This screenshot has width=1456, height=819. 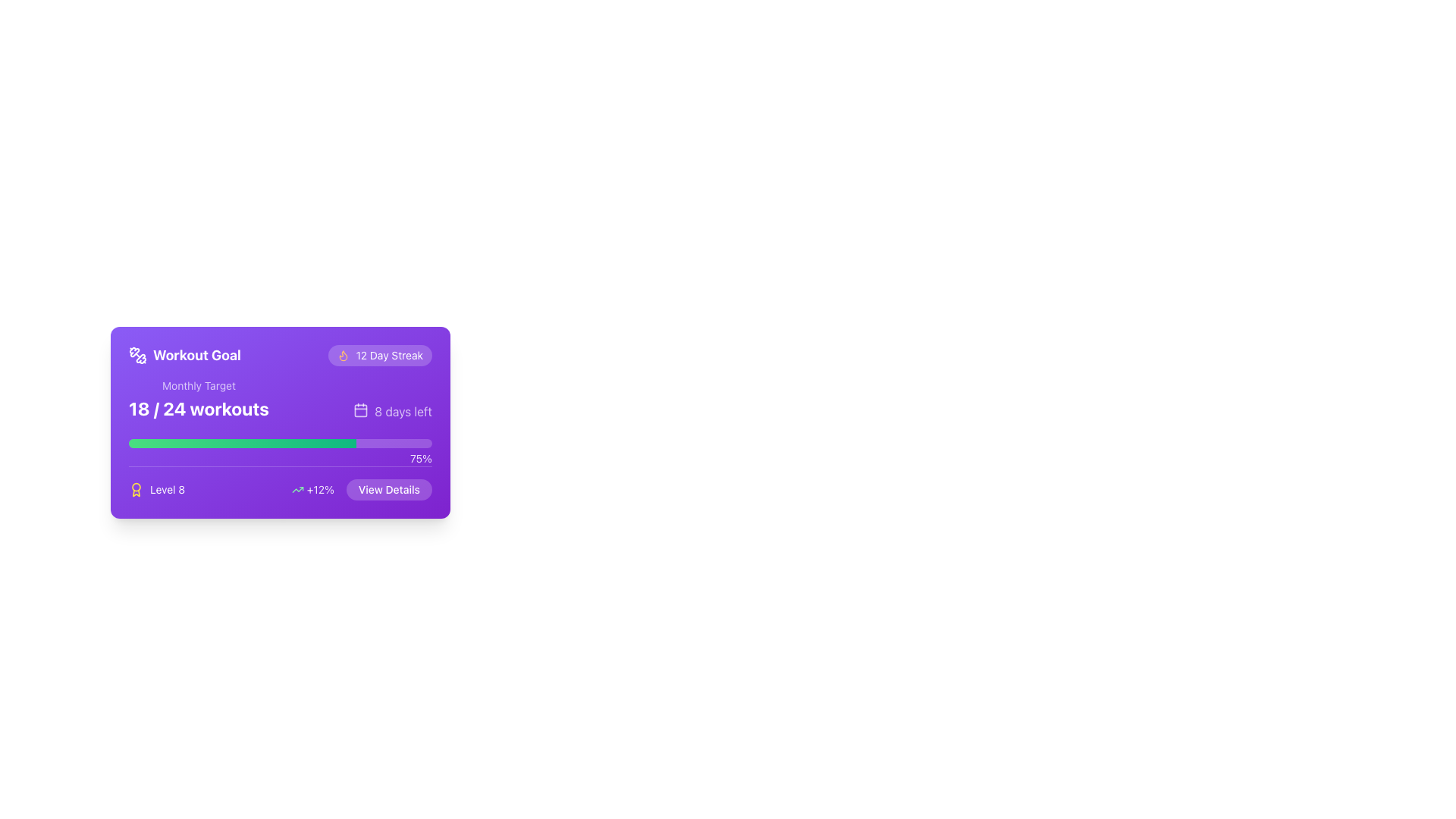 I want to click on the Card component that summarizes the user's workout progress and goals, located in the top-left corner of the scrollable panel, so click(x=280, y=422).